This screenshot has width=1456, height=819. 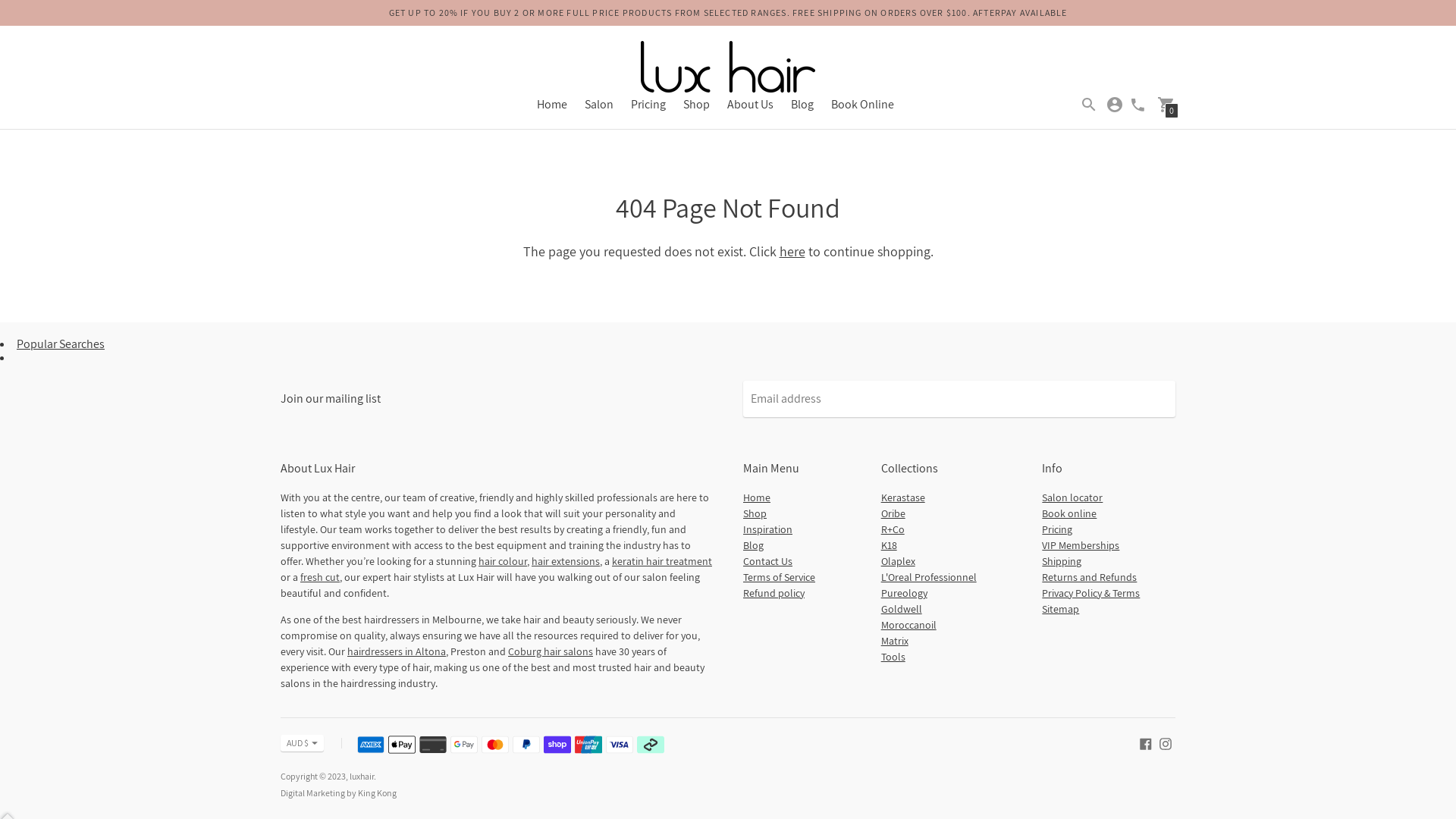 What do you see at coordinates (1090, 592) in the screenshot?
I see `'Privacy Policy & Terms'` at bounding box center [1090, 592].